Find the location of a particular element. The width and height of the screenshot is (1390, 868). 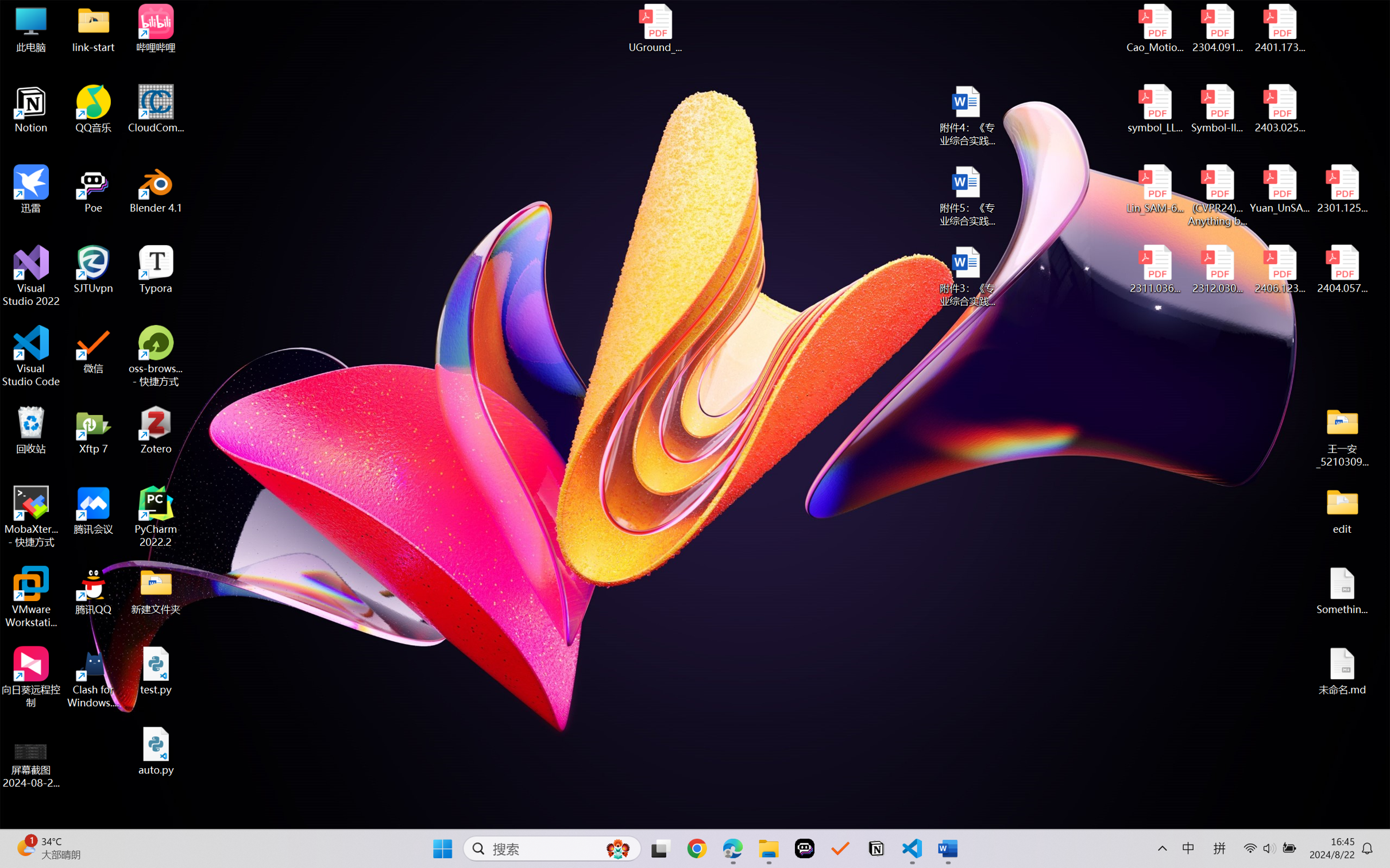

'Something.md' is located at coordinates (1341, 591).